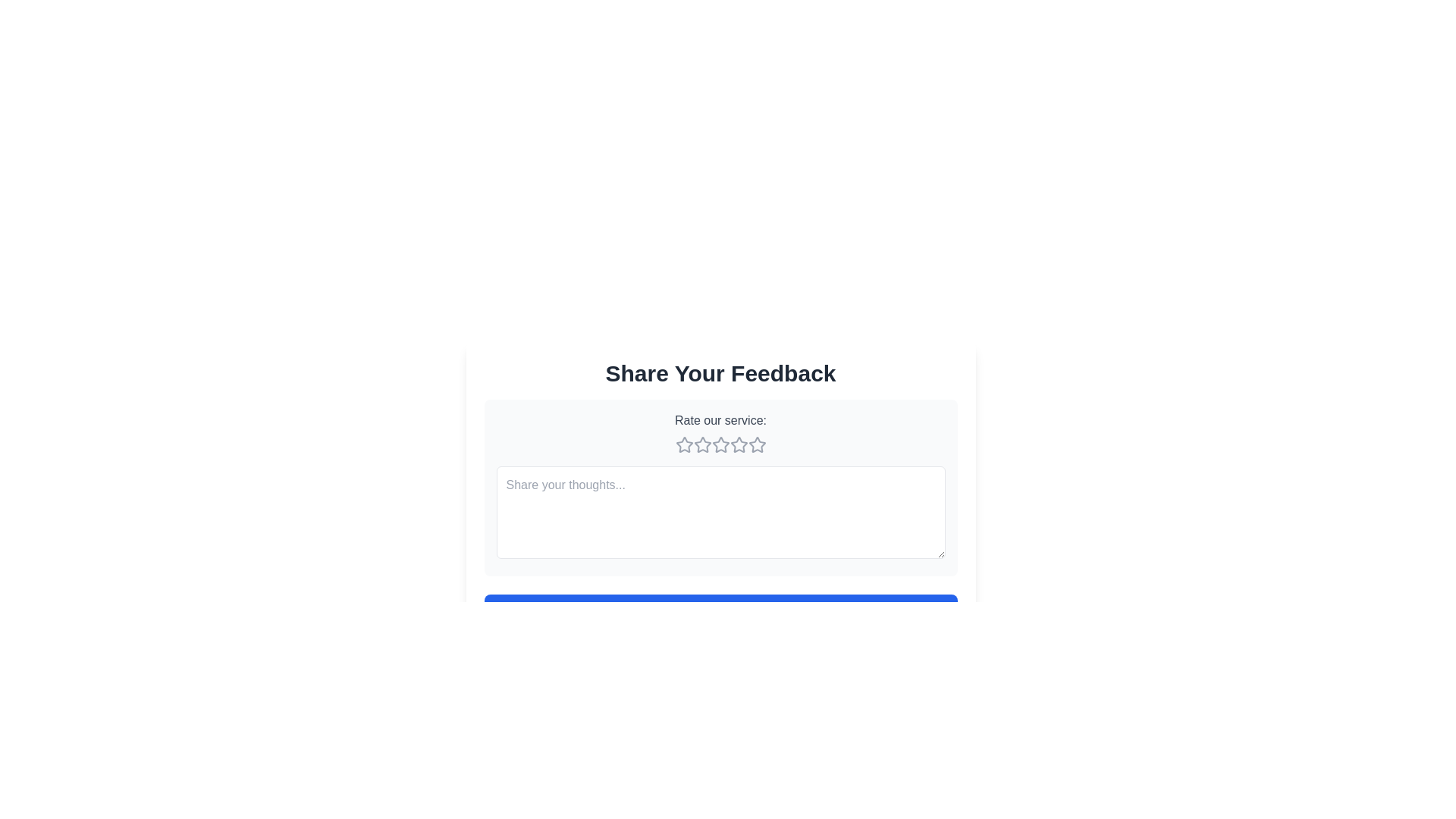 This screenshot has height=819, width=1456. I want to click on the third star icon in the horizontal row of five, so click(701, 444).